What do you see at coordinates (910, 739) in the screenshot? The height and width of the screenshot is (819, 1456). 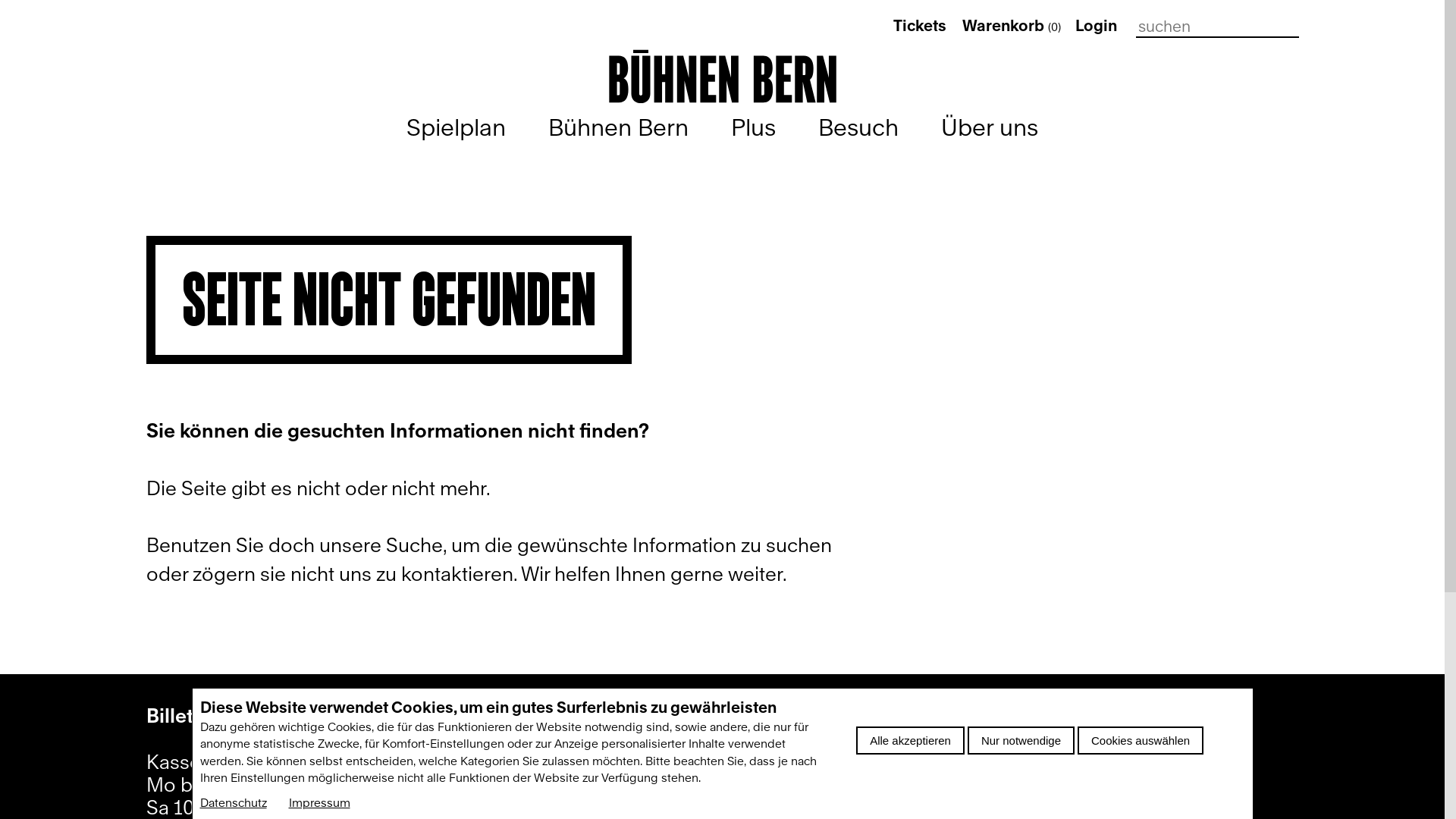 I see `'Alle akzeptieren'` at bounding box center [910, 739].